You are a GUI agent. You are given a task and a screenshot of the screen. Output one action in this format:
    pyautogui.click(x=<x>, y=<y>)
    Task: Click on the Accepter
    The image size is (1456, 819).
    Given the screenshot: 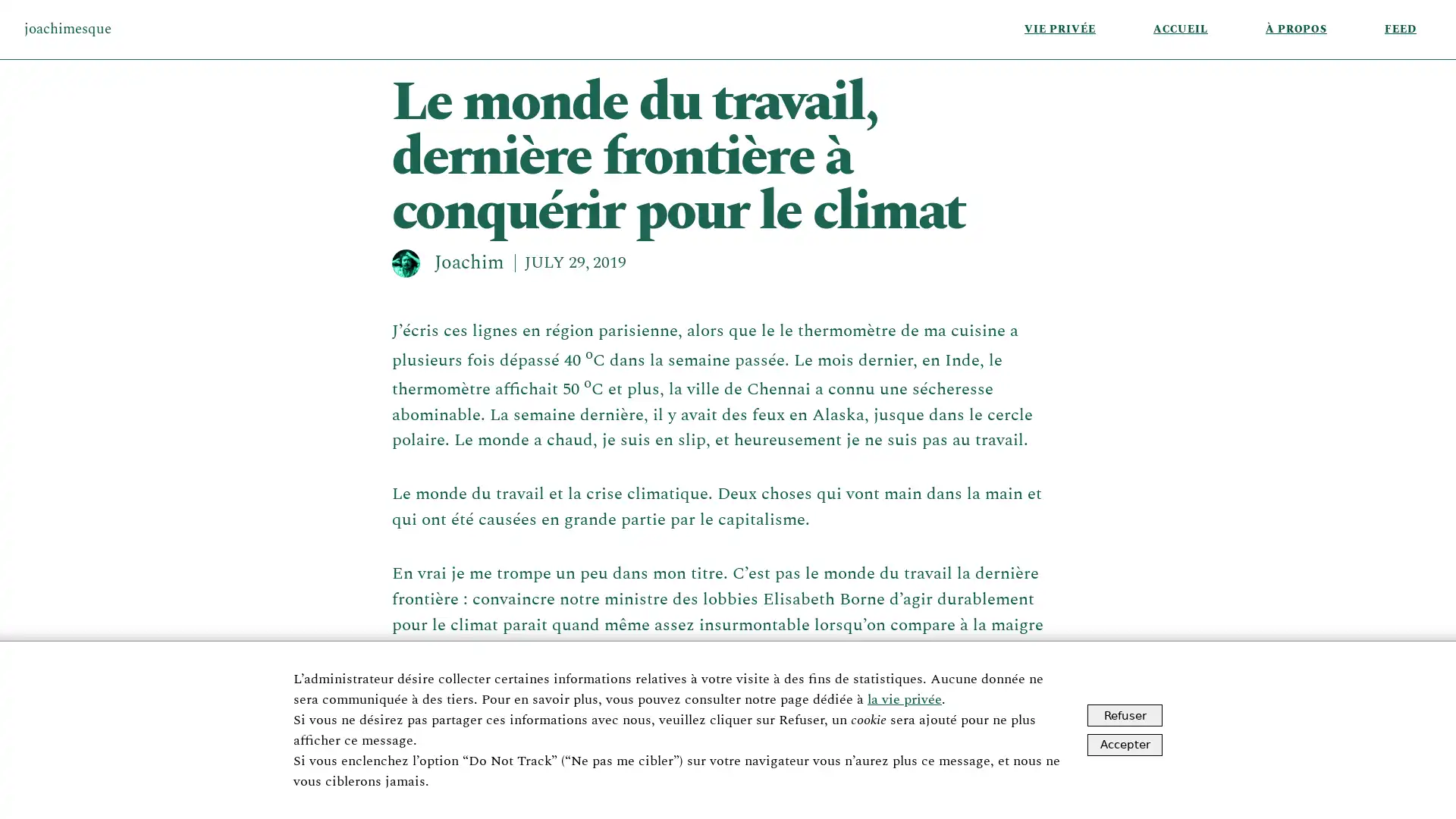 What is the action you would take?
    pyautogui.click(x=1125, y=743)
    